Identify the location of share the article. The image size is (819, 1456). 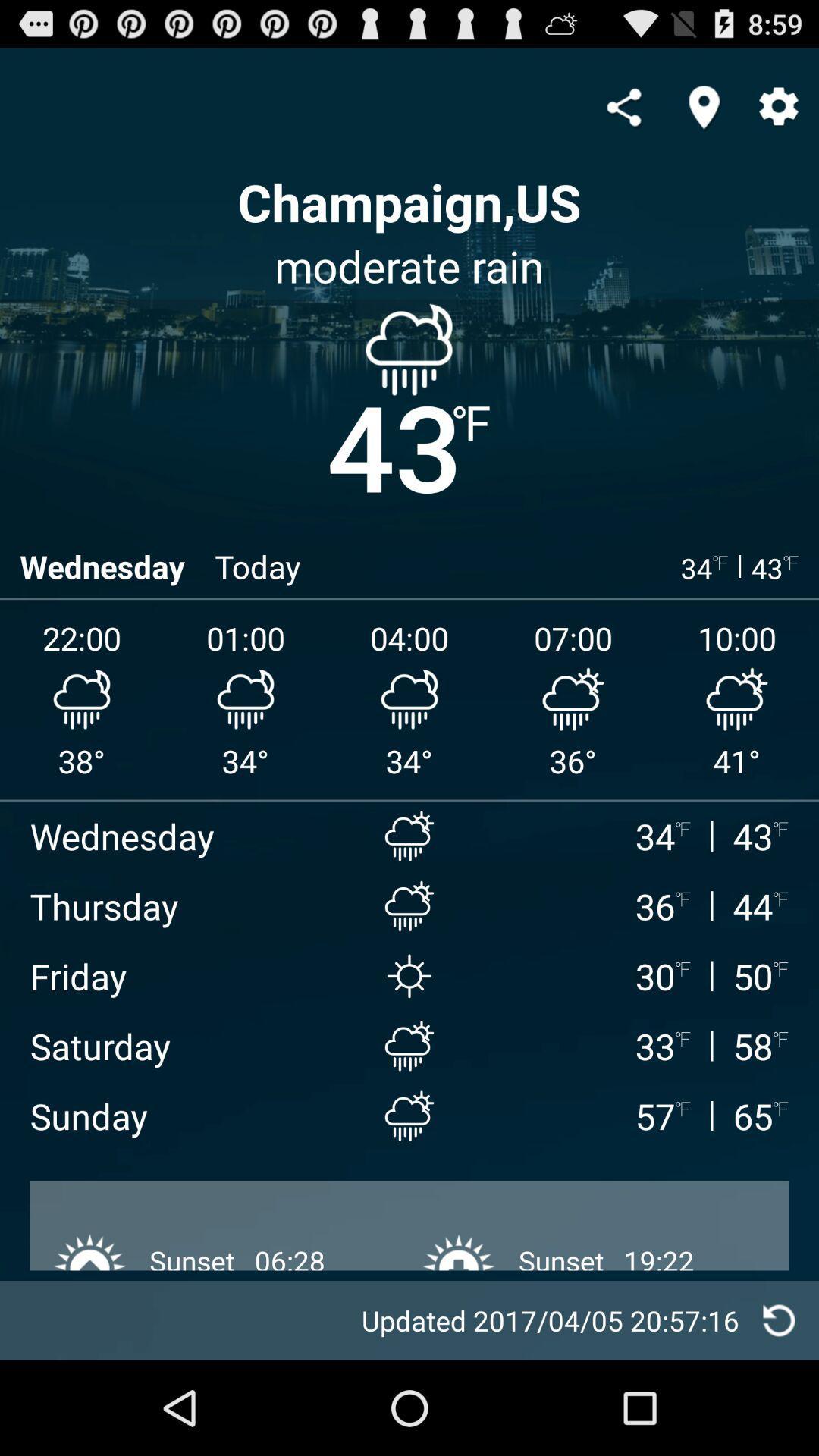
(623, 106).